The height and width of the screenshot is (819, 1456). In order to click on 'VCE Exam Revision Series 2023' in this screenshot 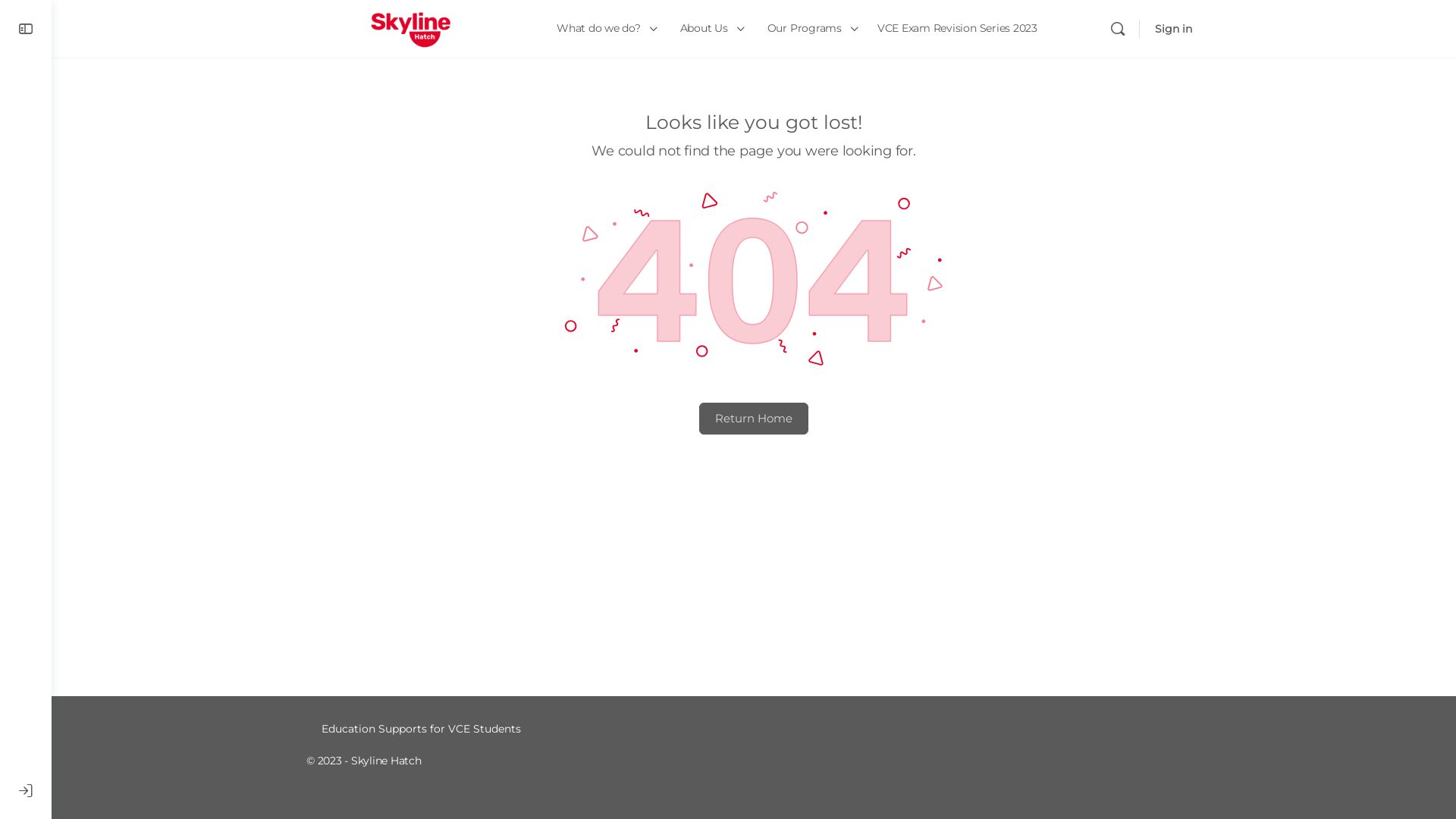, I will do `click(870, 29)`.